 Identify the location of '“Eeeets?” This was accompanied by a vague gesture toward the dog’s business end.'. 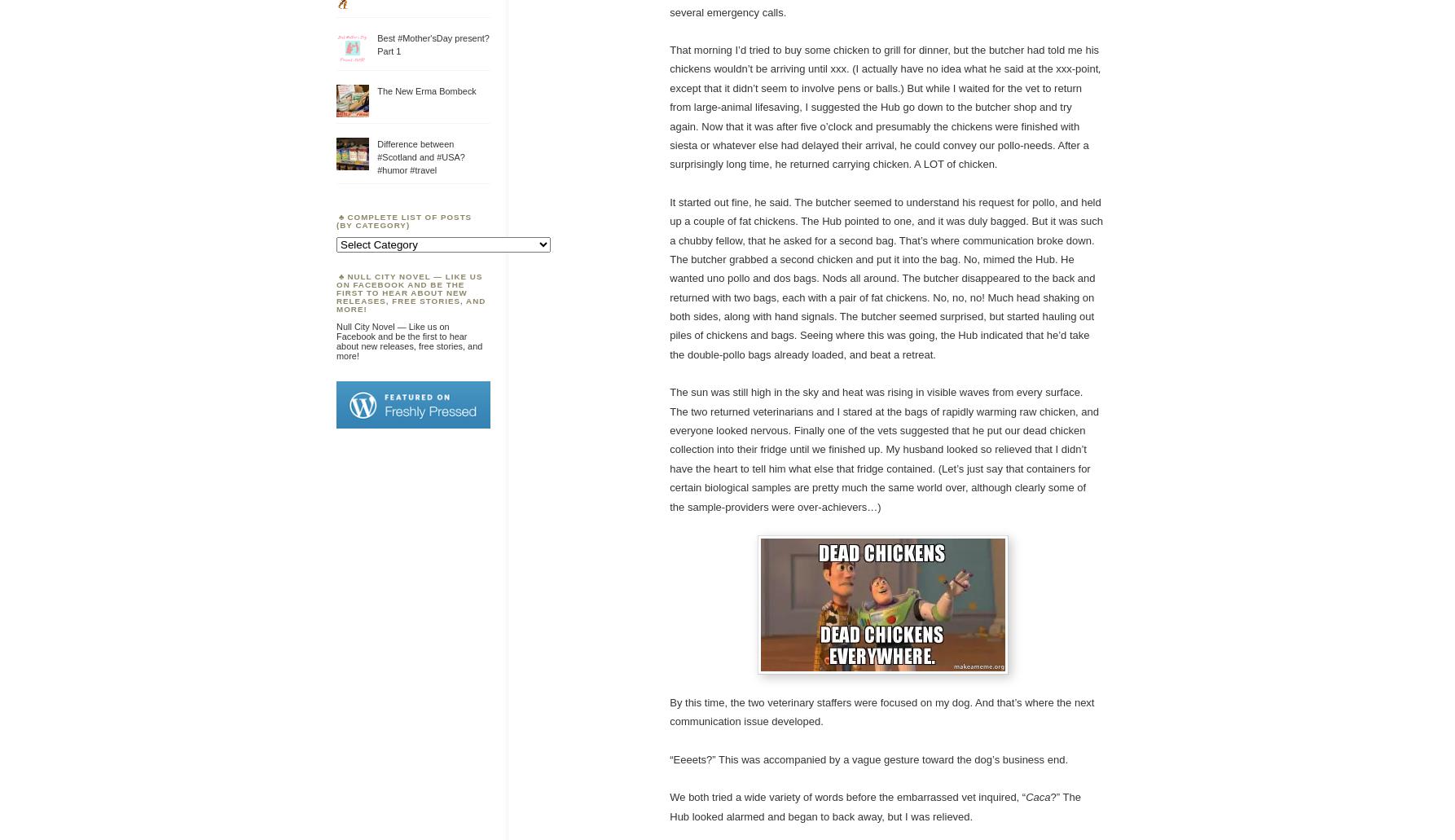
(868, 758).